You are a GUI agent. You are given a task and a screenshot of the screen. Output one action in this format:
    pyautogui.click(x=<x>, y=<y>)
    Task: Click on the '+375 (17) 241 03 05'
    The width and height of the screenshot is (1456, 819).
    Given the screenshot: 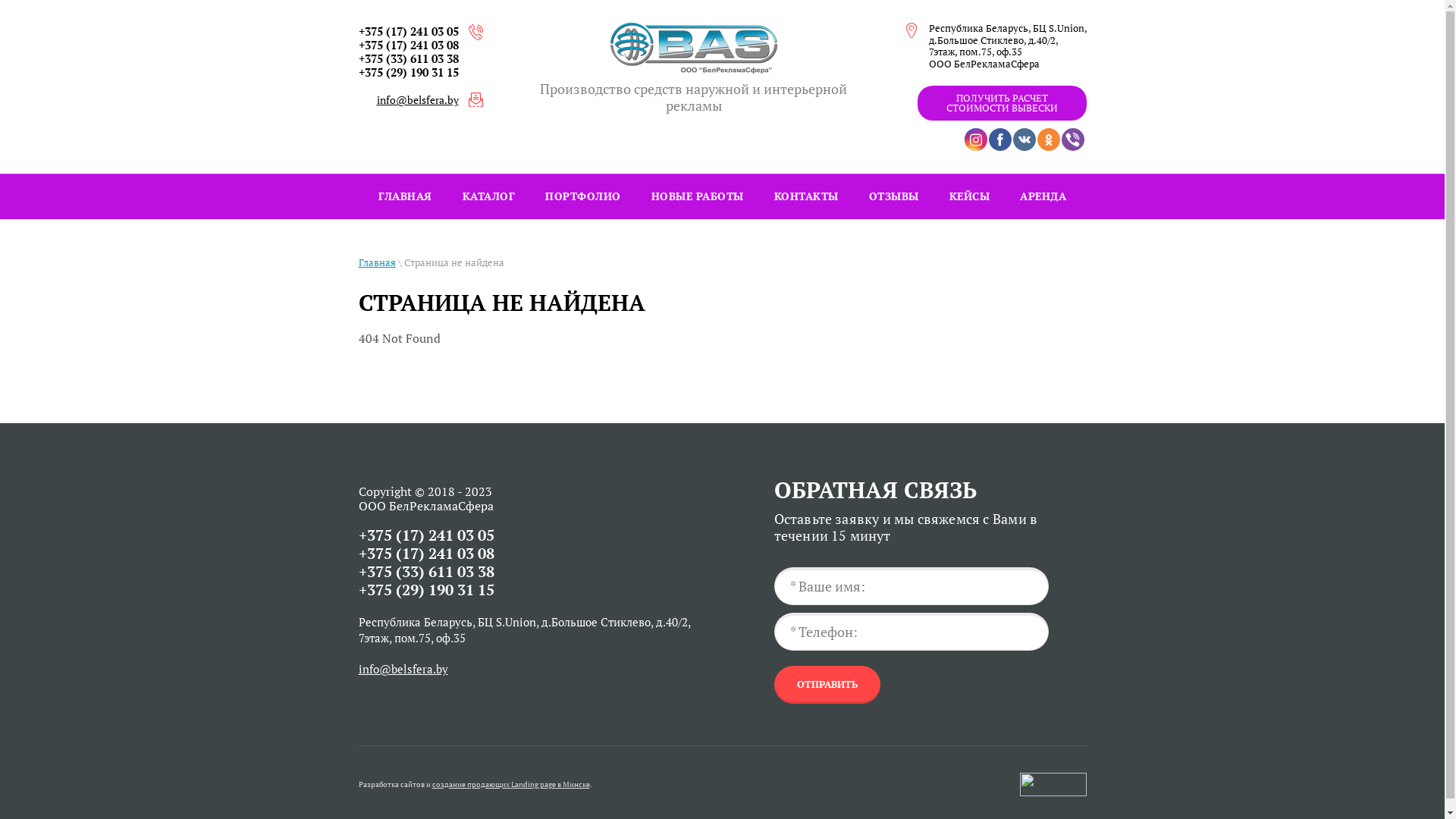 What is the action you would take?
    pyautogui.click(x=407, y=31)
    